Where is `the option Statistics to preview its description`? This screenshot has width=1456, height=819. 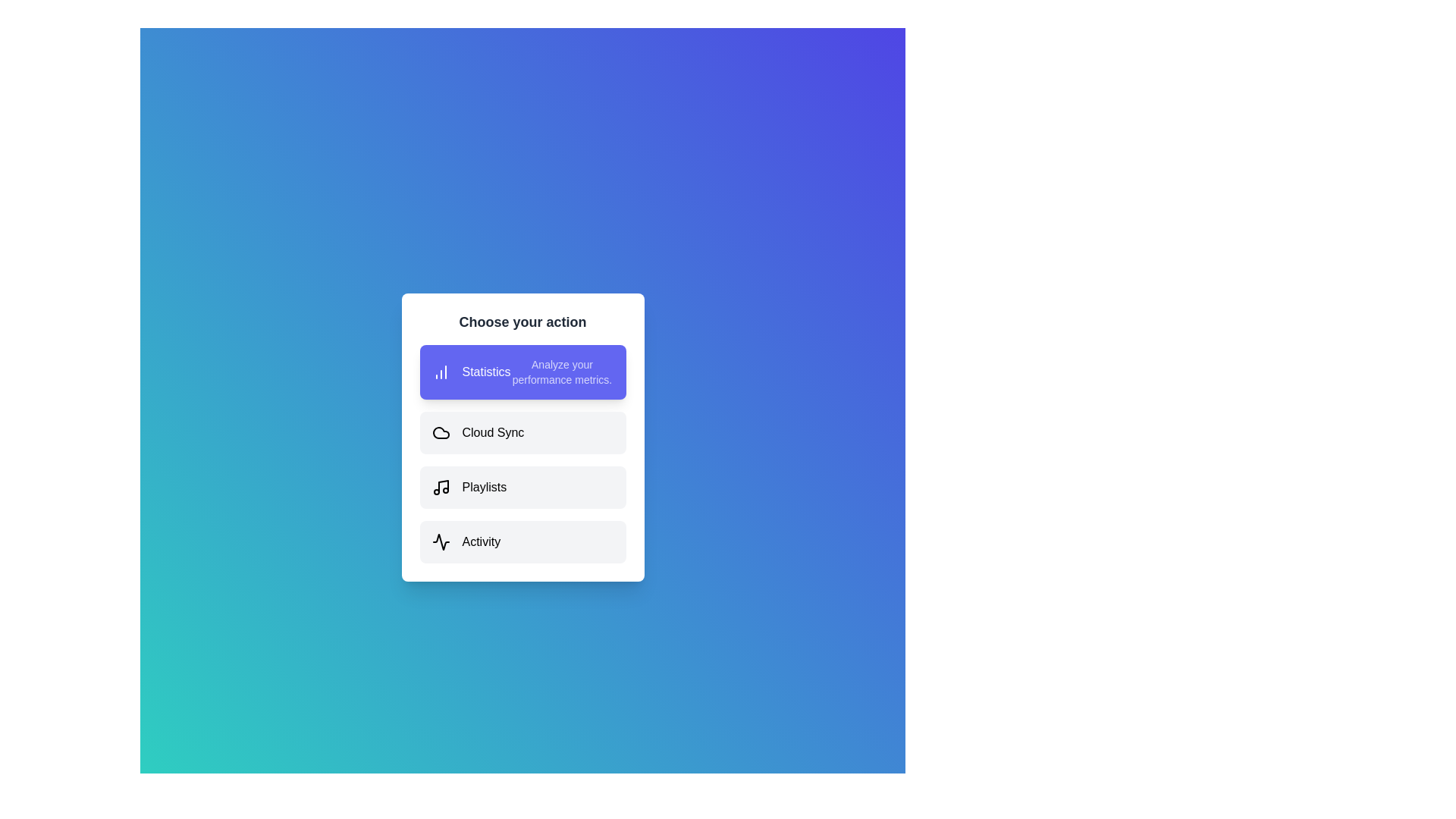 the option Statistics to preview its description is located at coordinates (522, 372).